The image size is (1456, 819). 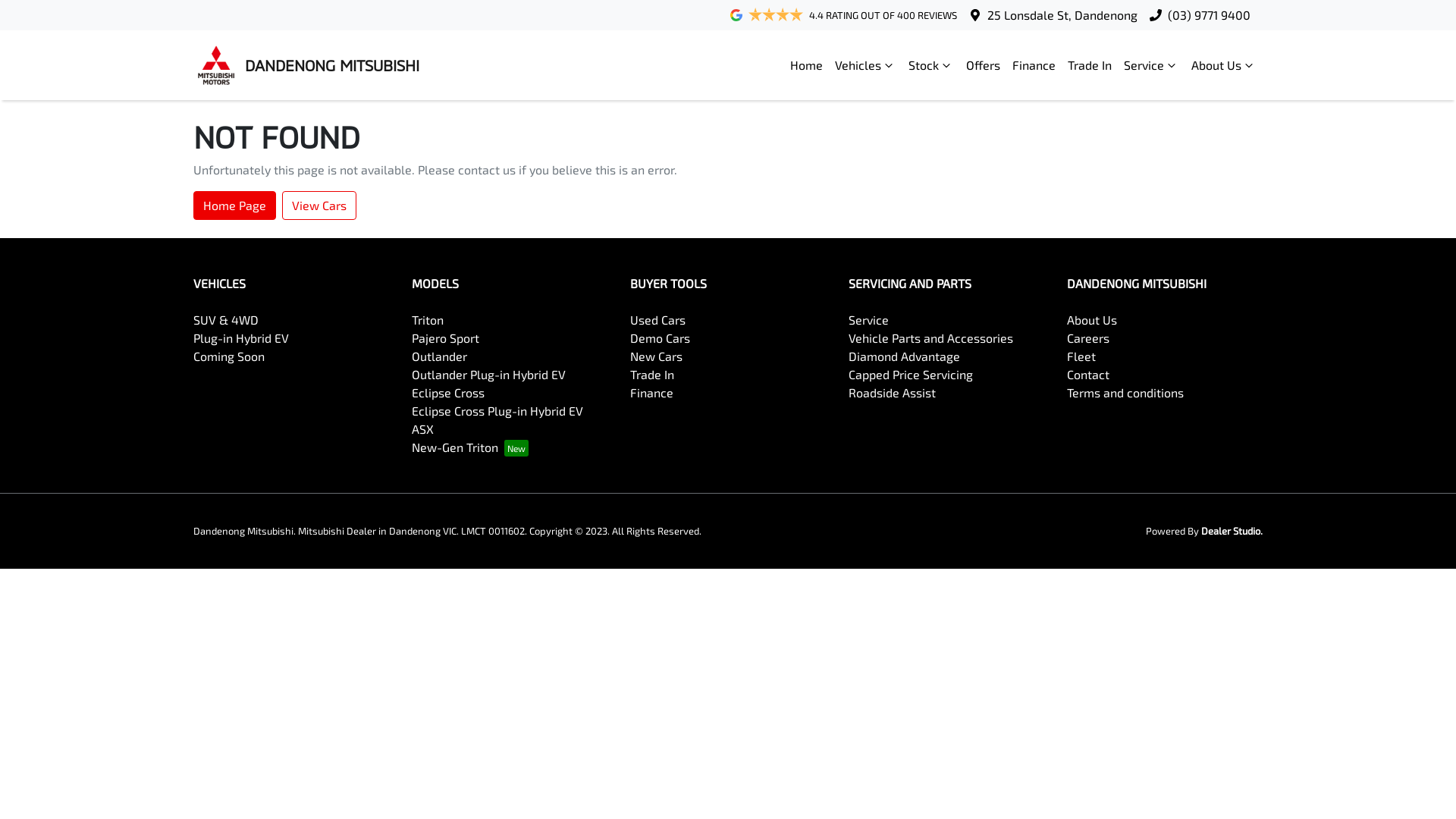 I want to click on 'Offers', so click(x=983, y=64).